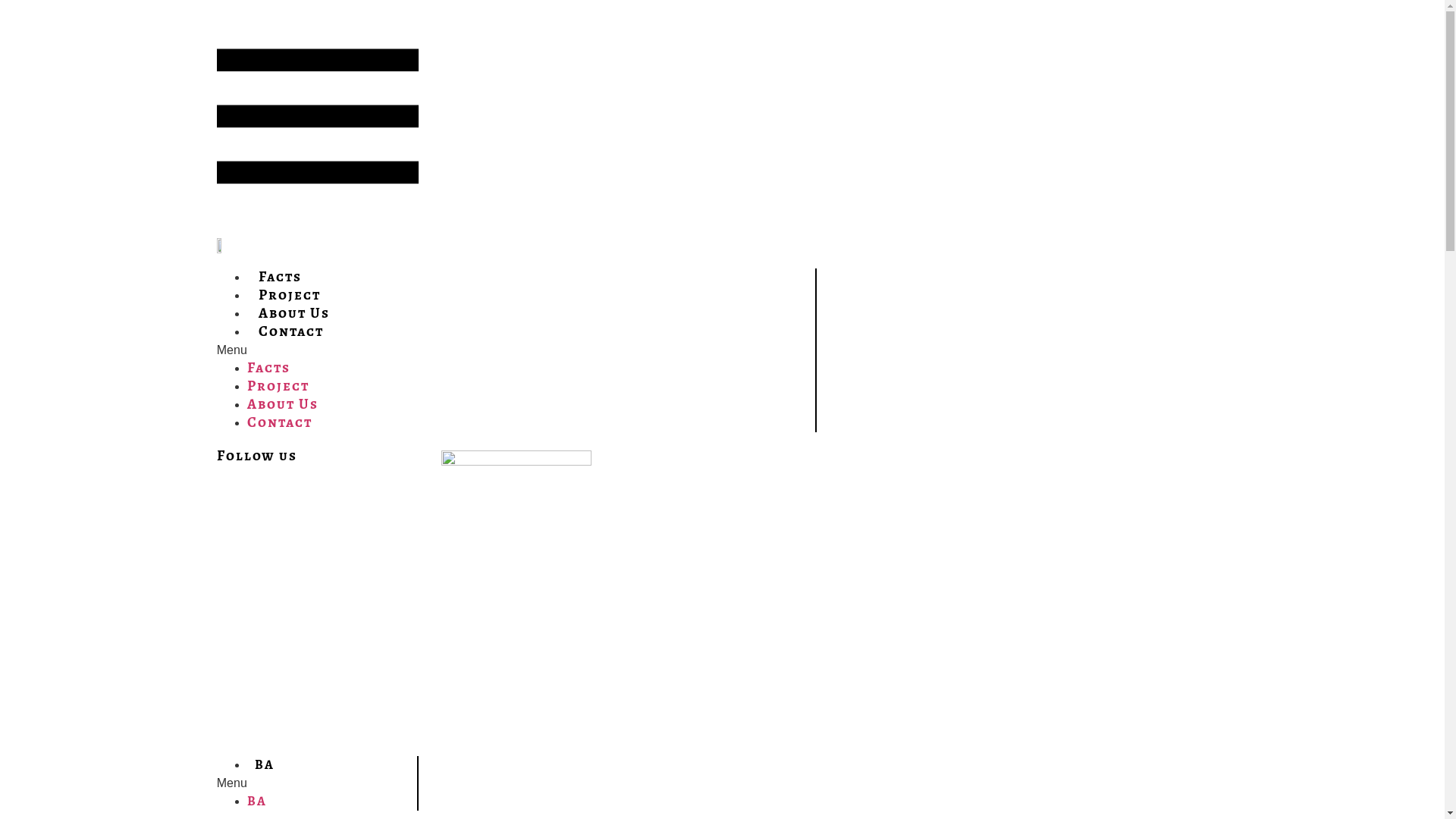 The height and width of the screenshot is (819, 1456). I want to click on 'Follow us', so click(216, 454).